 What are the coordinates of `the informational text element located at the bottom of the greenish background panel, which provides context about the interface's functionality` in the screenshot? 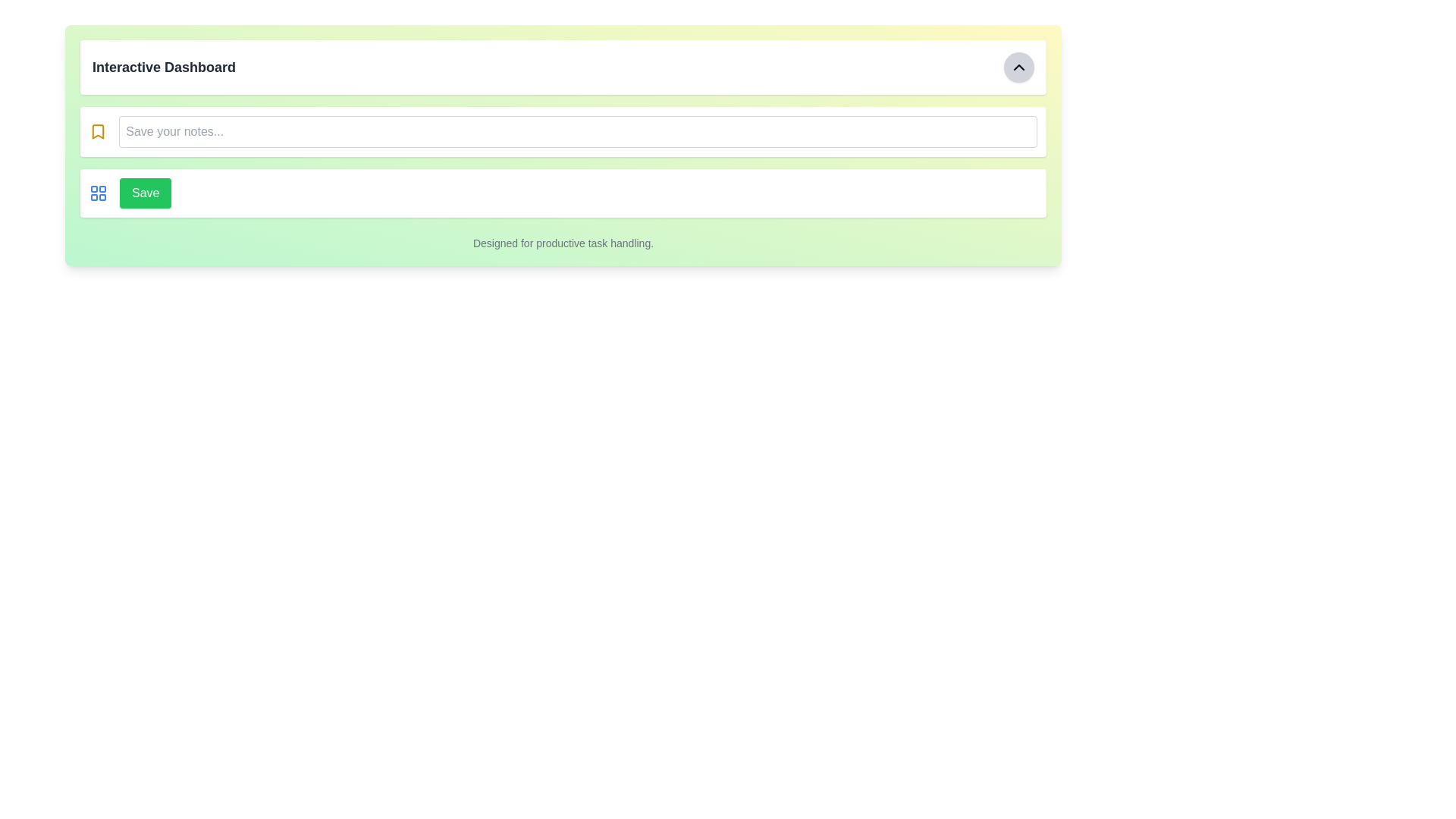 It's located at (563, 242).